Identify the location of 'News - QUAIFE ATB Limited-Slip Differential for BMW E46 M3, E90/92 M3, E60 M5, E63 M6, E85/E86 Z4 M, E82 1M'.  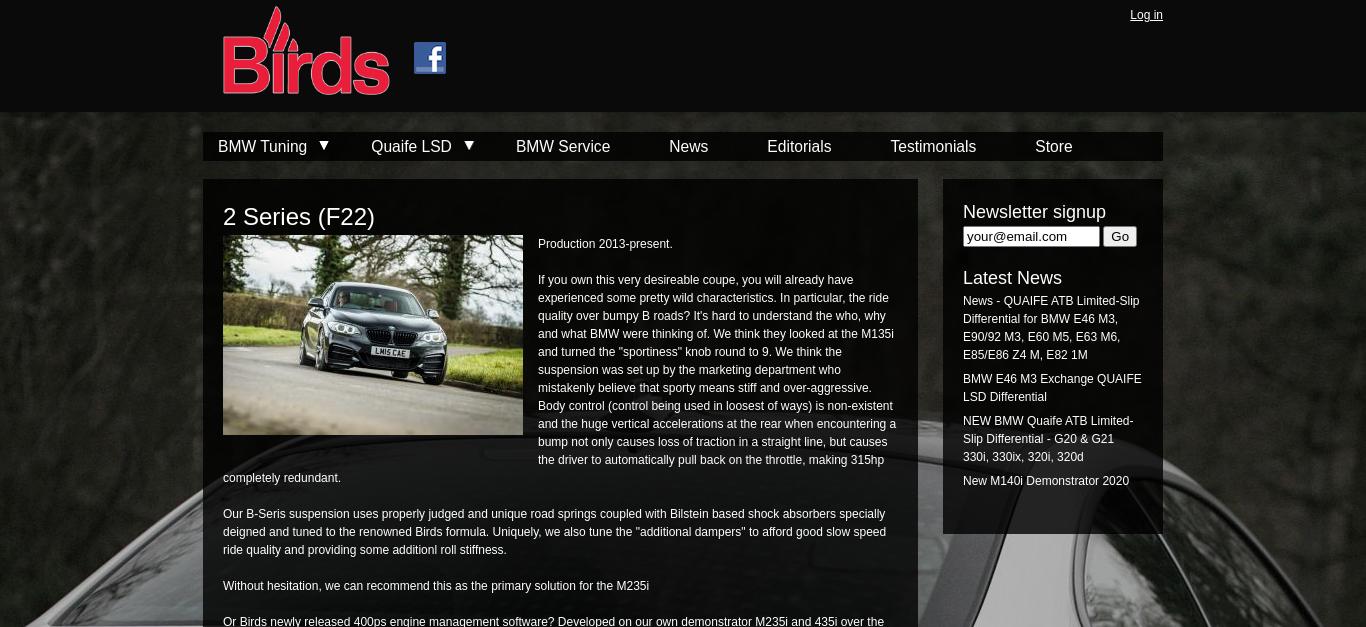
(1050, 327).